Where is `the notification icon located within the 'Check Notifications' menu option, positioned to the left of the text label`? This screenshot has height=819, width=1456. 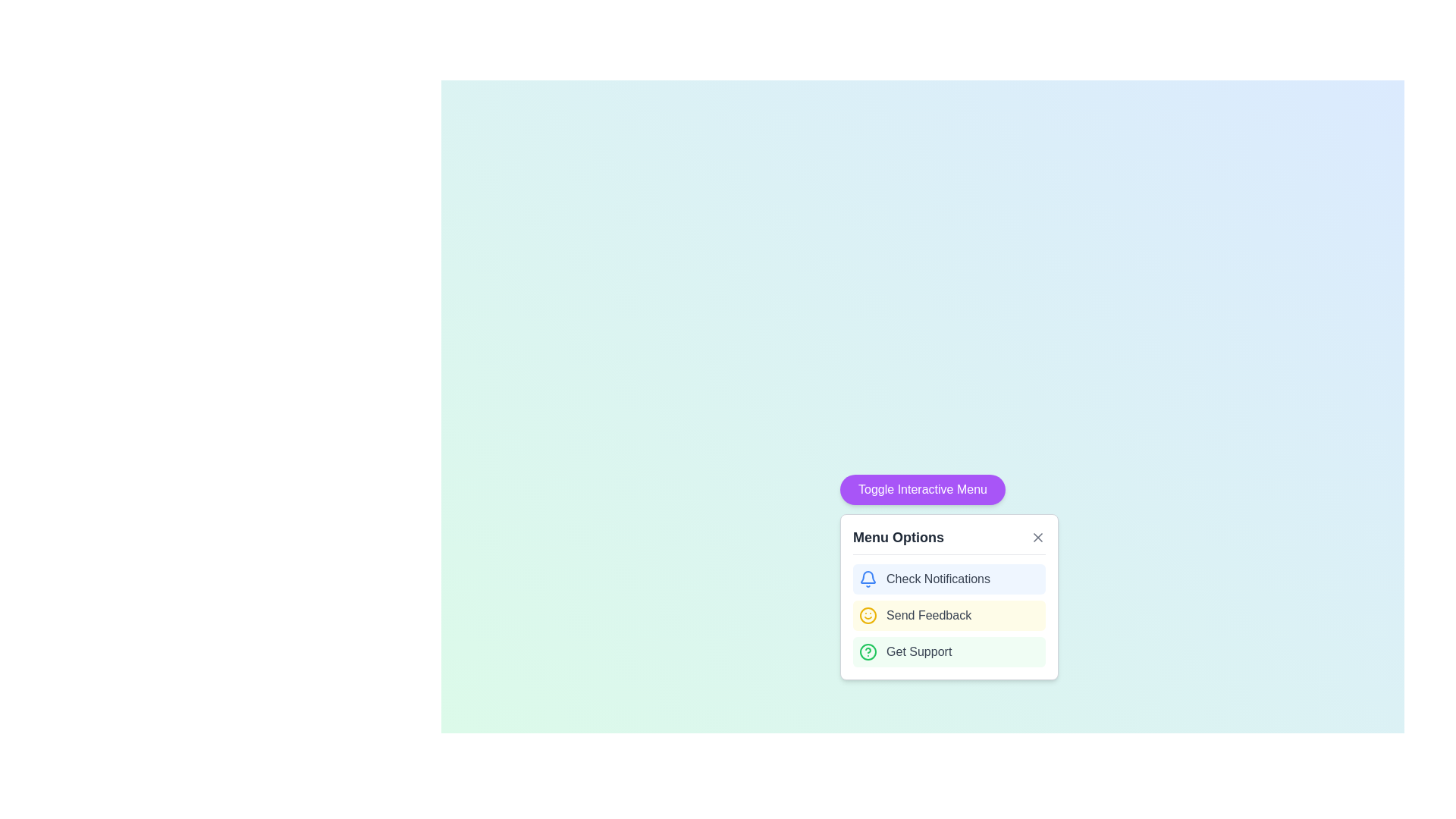 the notification icon located within the 'Check Notifications' menu option, positioned to the left of the text label is located at coordinates (868, 579).